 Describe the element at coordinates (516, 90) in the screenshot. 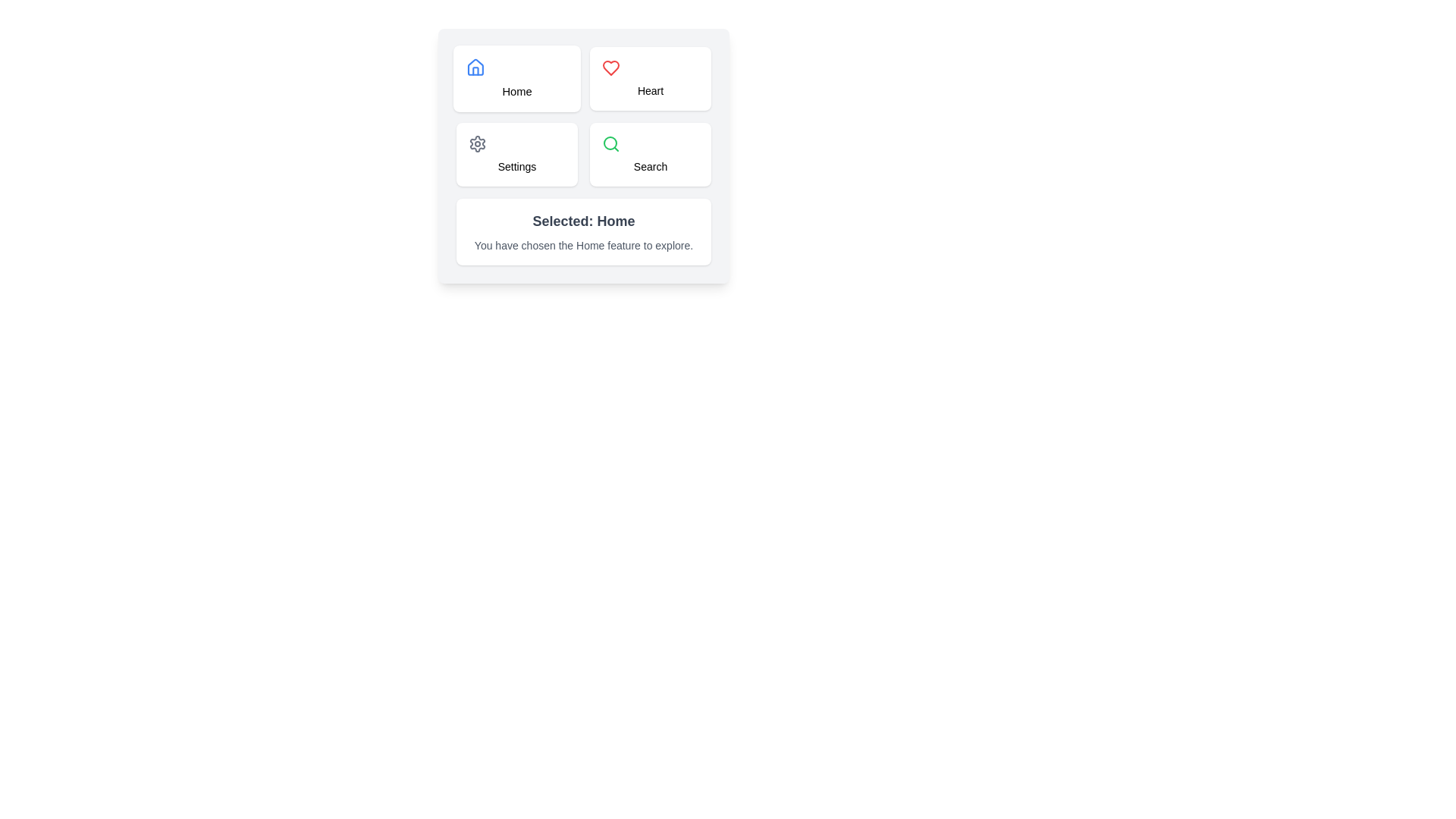

I see `the 'Home' text label, which is a small black font displayed below the house icon in the top left section of the button grid` at that location.